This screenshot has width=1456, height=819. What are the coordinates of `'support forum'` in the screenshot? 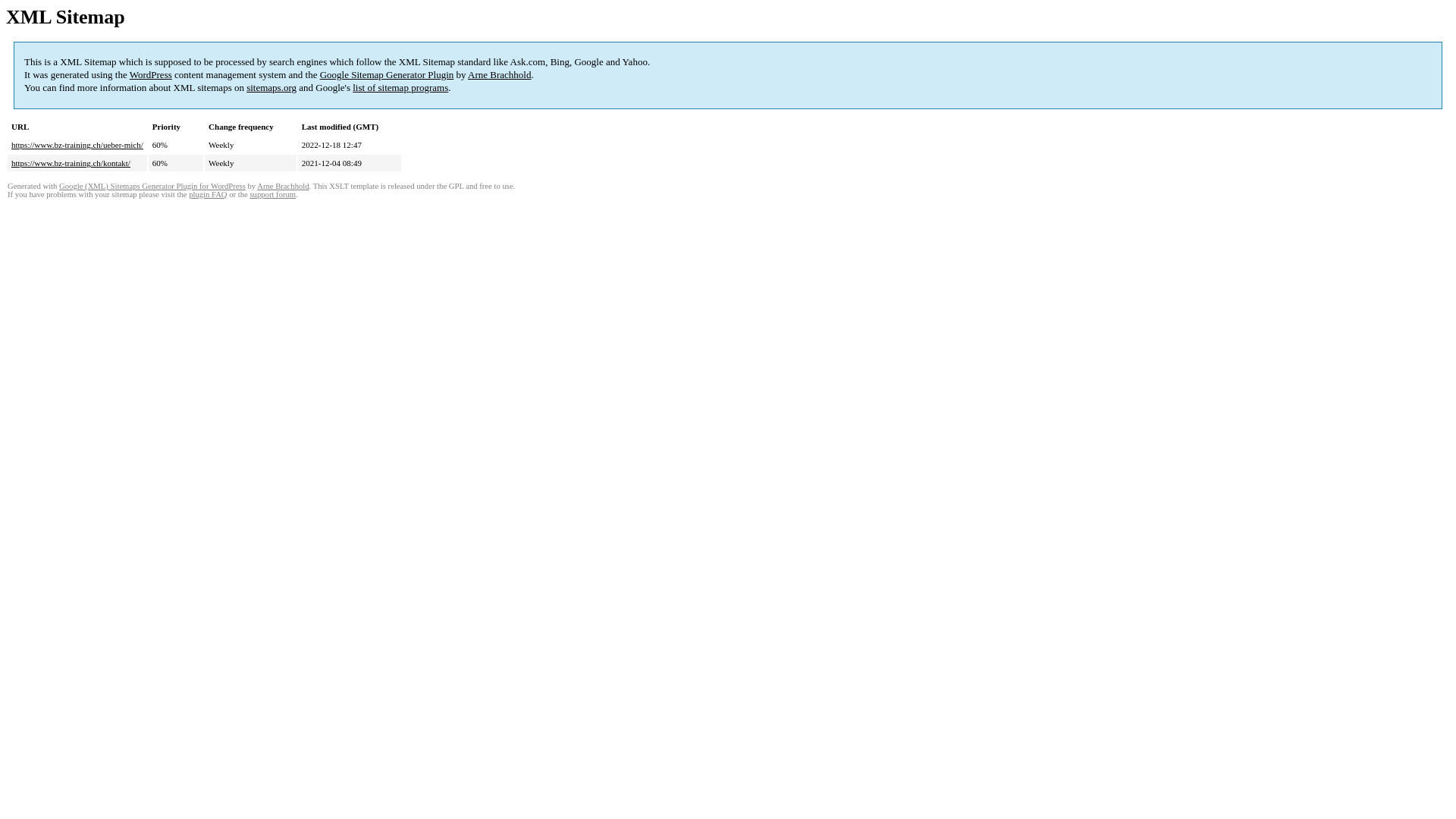 It's located at (272, 193).